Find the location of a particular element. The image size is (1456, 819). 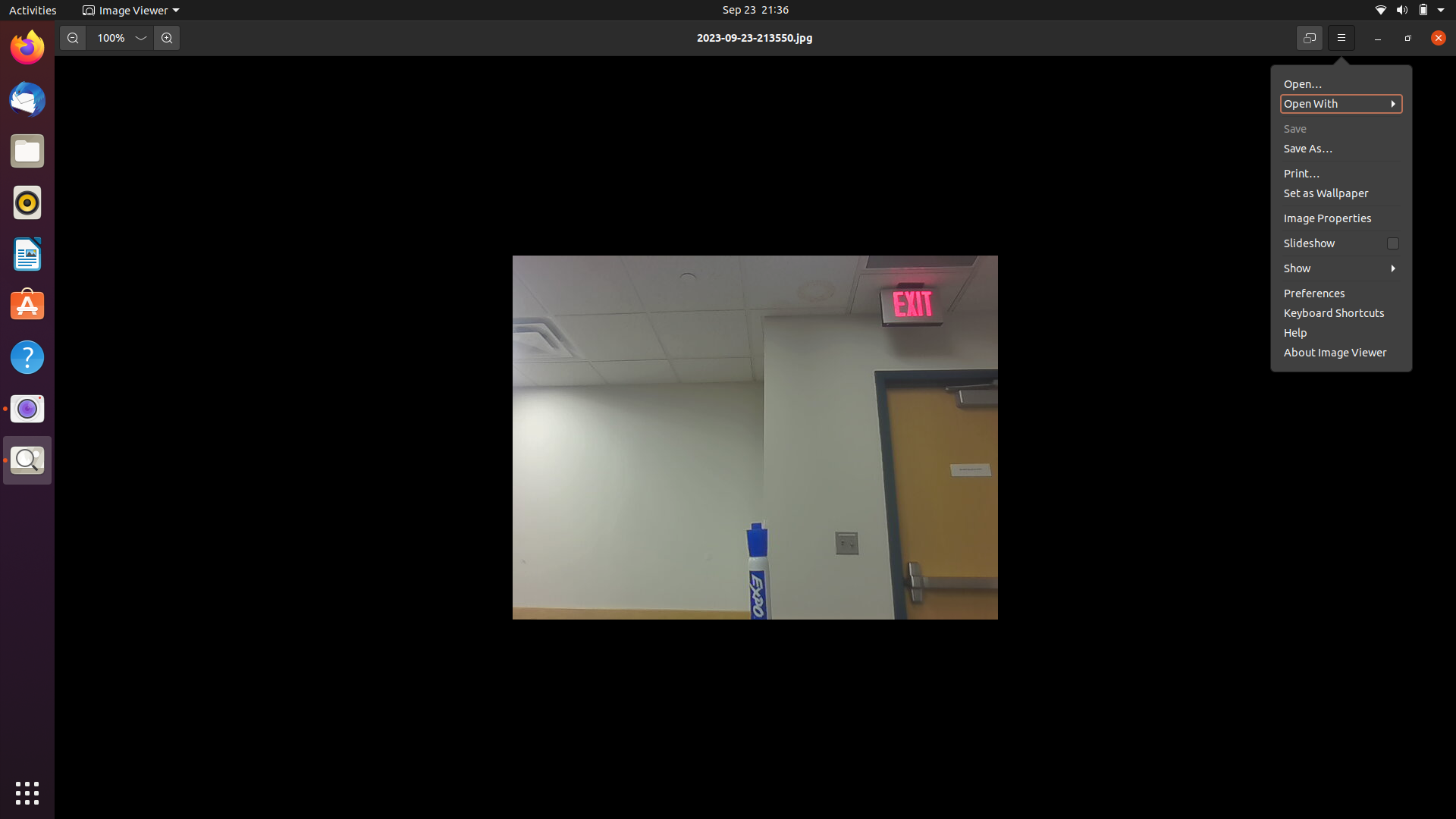

Shrink the image by one level is located at coordinates (71, 37).